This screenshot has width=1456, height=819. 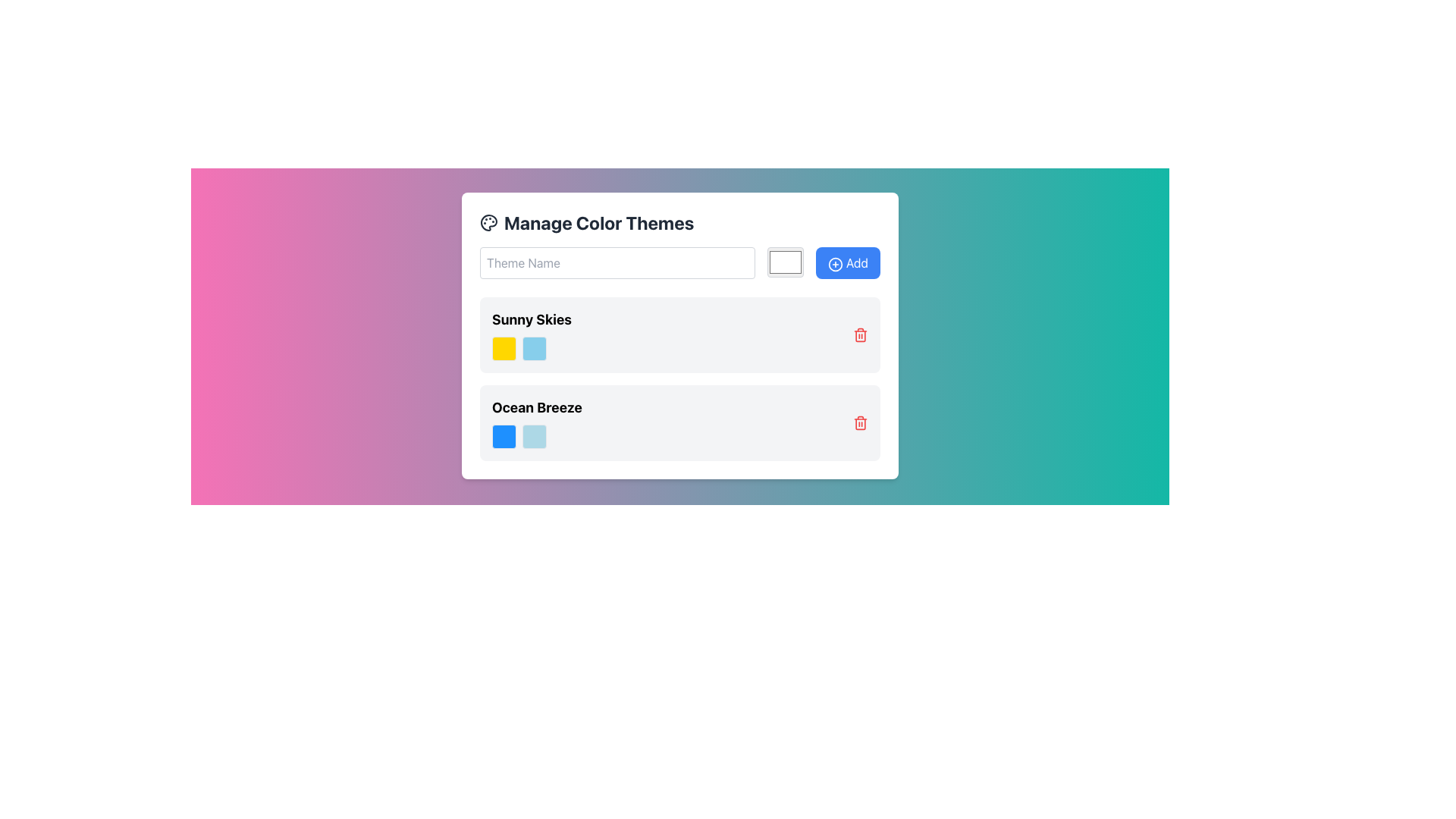 What do you see at coordinates (535, 436) in the screenshot?
I see `the light blue color preview box located under the 'Ocean Breeze' theme name, which is the second square in a horizontal grouping of two` at bounding box center [535, 436].